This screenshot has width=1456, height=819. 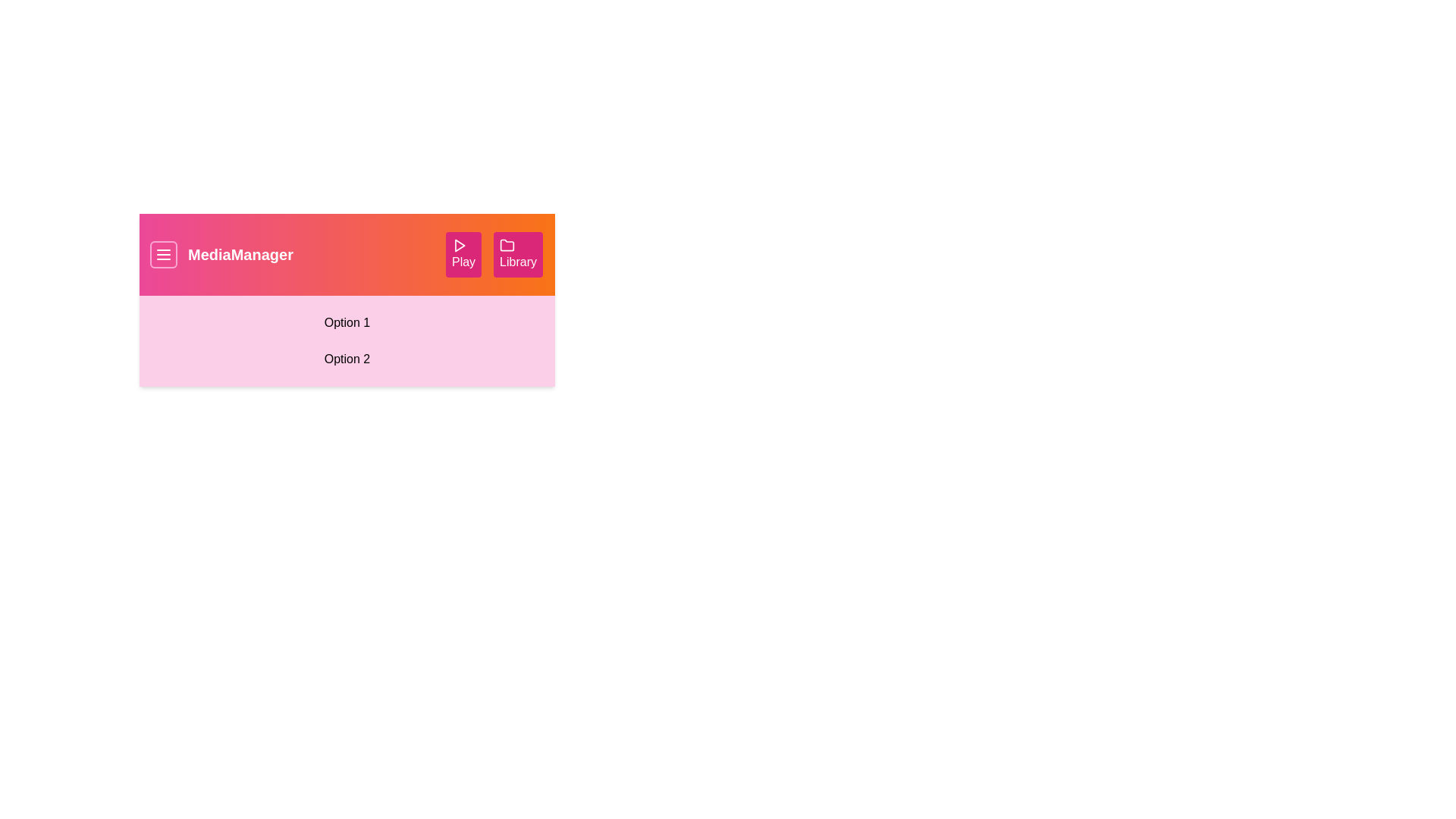 What do you see at coordinates (463, 253) in the screenshot?
I see `the 'Play' button in the media app bar` at bounding box center [463, 253].